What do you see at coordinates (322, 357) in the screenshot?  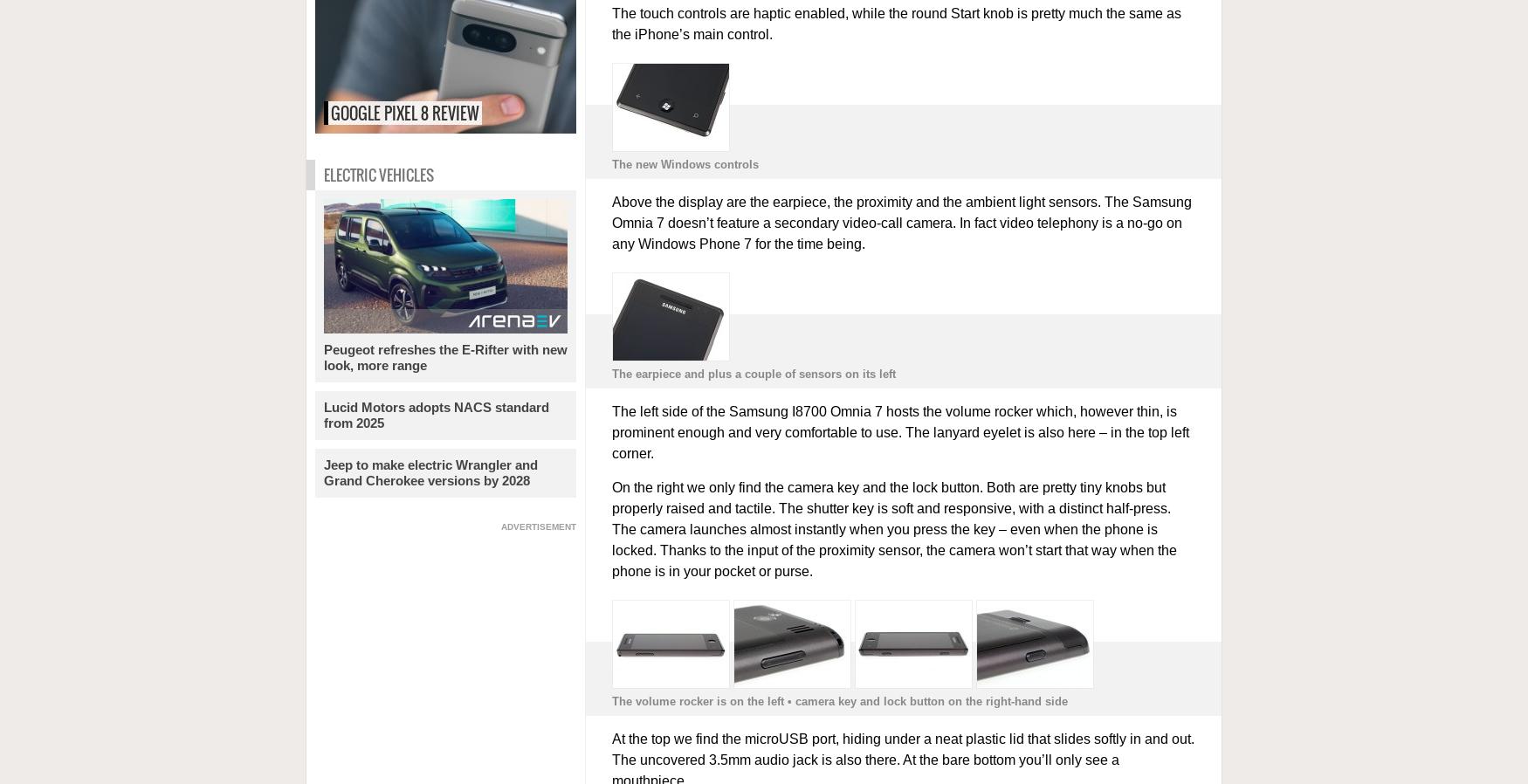 I see `'Peugeot refreshes the E-Rifter with new look, more range'` at bounding box center [322, 357].